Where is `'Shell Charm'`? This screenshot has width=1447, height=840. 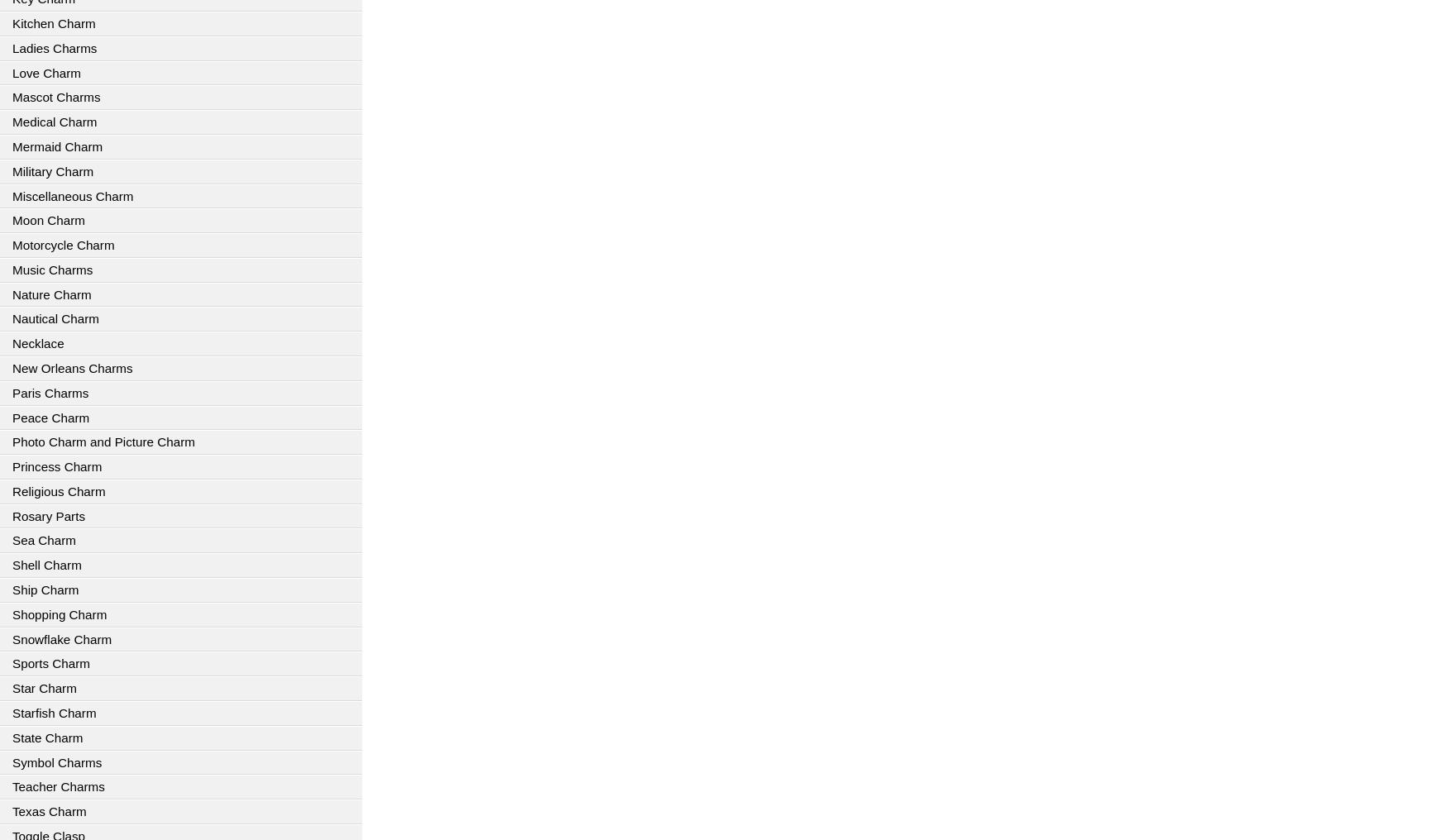 'Shell Charm' is located at coordinates (12, 564).